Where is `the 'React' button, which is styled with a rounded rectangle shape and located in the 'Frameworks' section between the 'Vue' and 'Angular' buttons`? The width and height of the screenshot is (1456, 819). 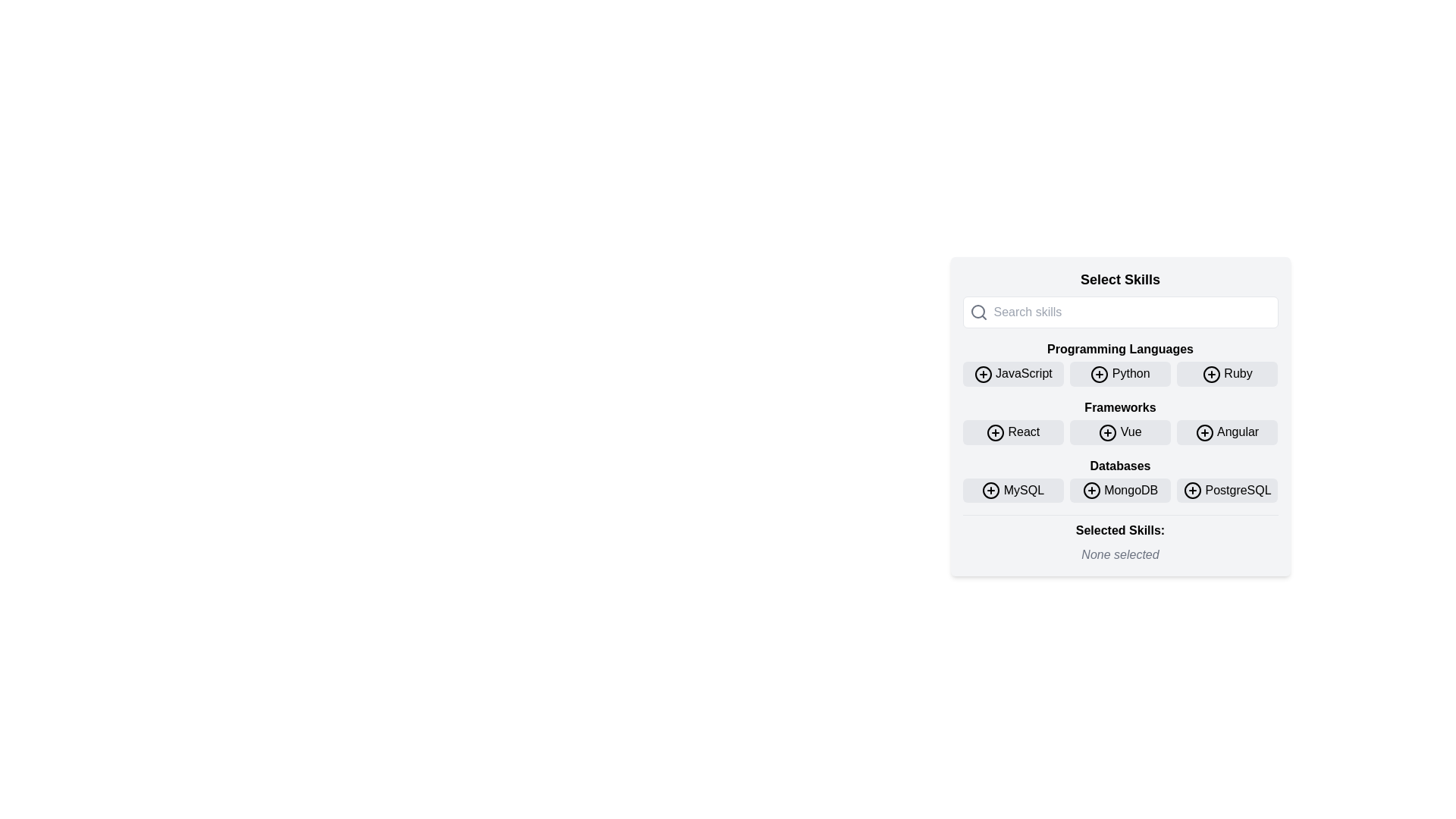 the 'React' button, which is styled with a rounded rectangle shape and located in the 'Frameworks' section between the 'Vue' and 'Angular' buttons is located at coordinates (1013, 432).